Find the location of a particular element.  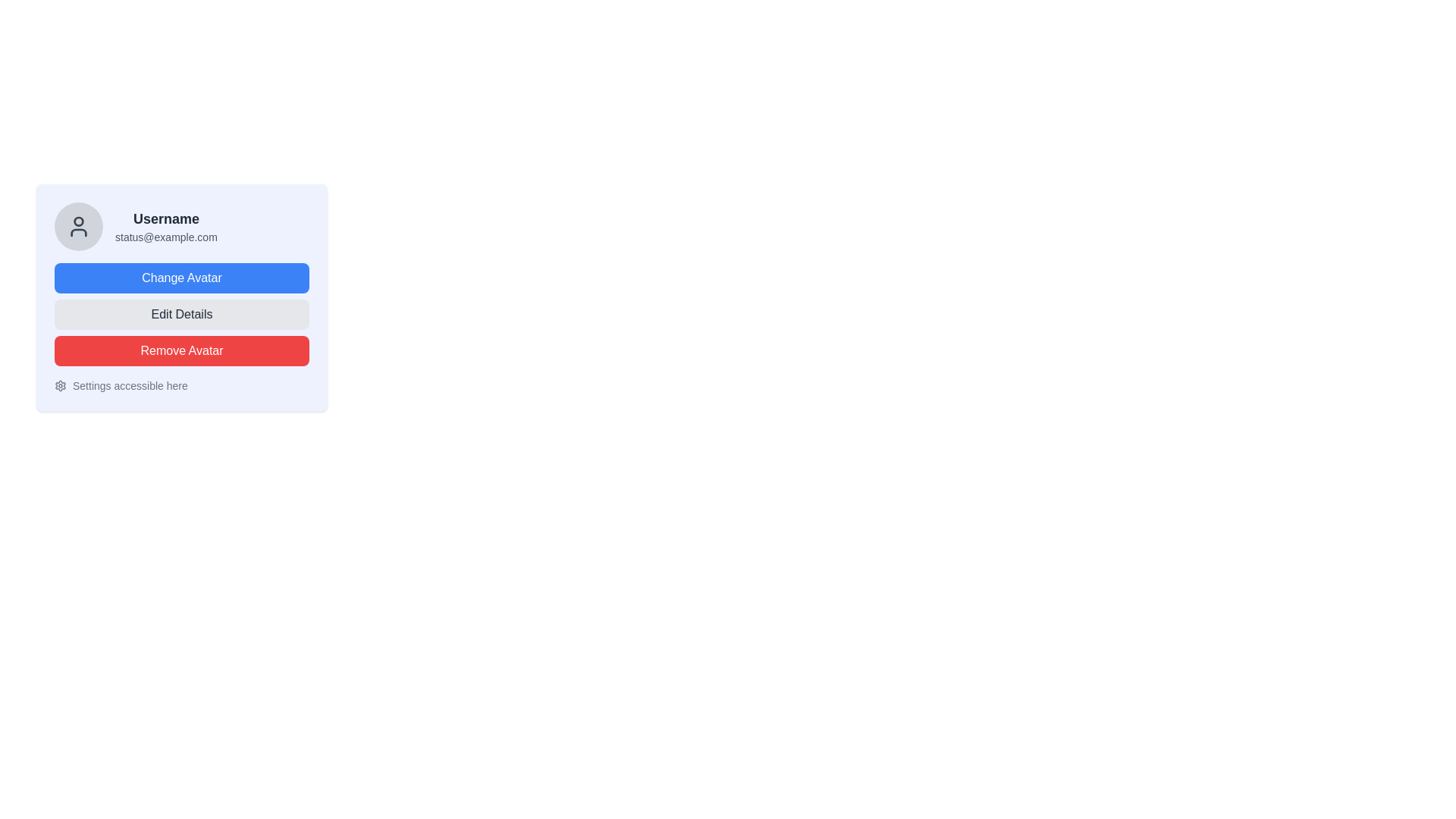

the user profile icon located in the upper-left section of the card interface, which serves as a visual cue for the profile information section is located at coordinates (78, 227).